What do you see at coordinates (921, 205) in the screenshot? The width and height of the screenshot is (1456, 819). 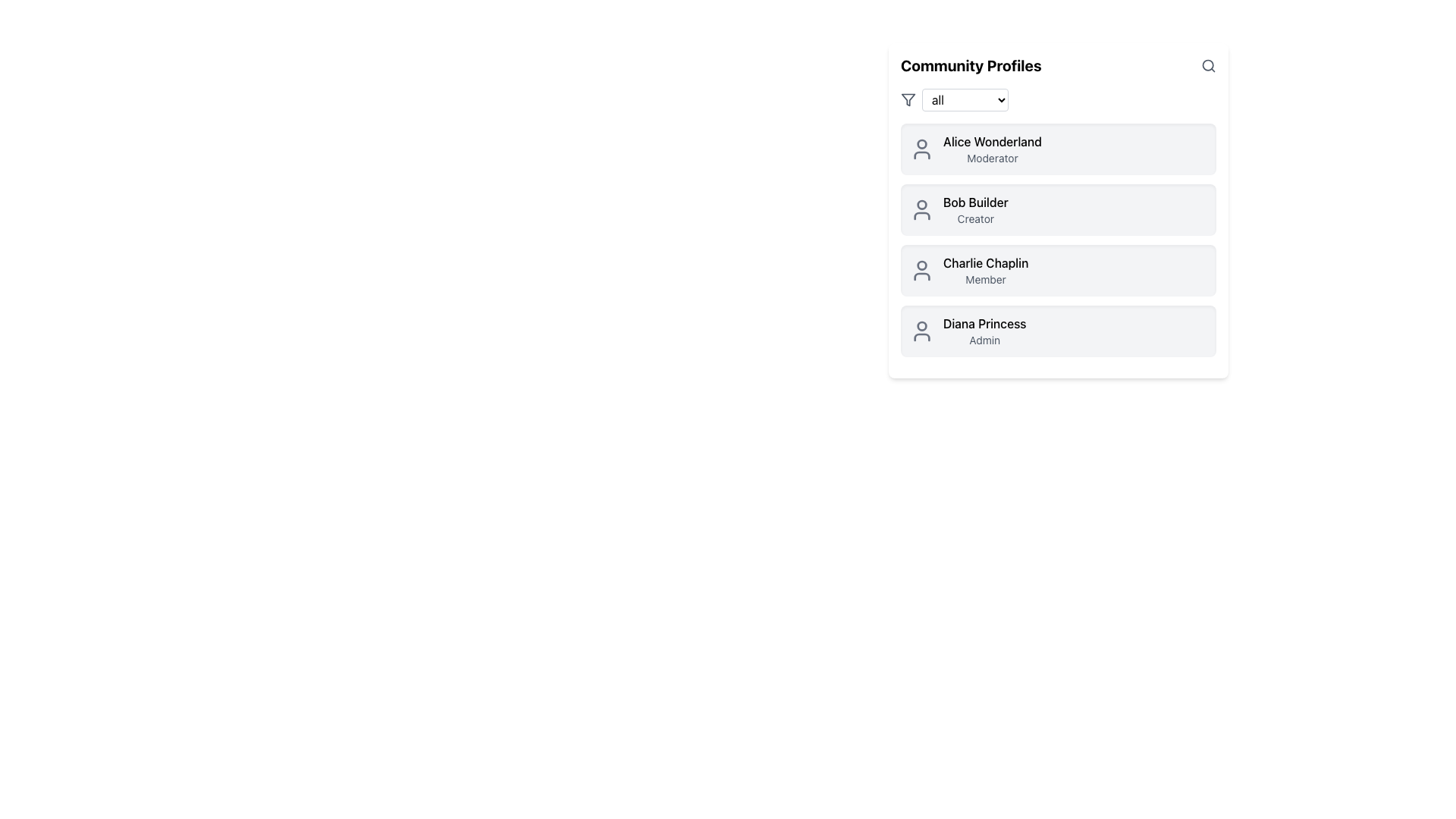 I see `the circle element that visually represents the head of the user icon in the profile, located at the top-center of the user profile icon for 'Bob Builder'` at bounding box center [921, 205].